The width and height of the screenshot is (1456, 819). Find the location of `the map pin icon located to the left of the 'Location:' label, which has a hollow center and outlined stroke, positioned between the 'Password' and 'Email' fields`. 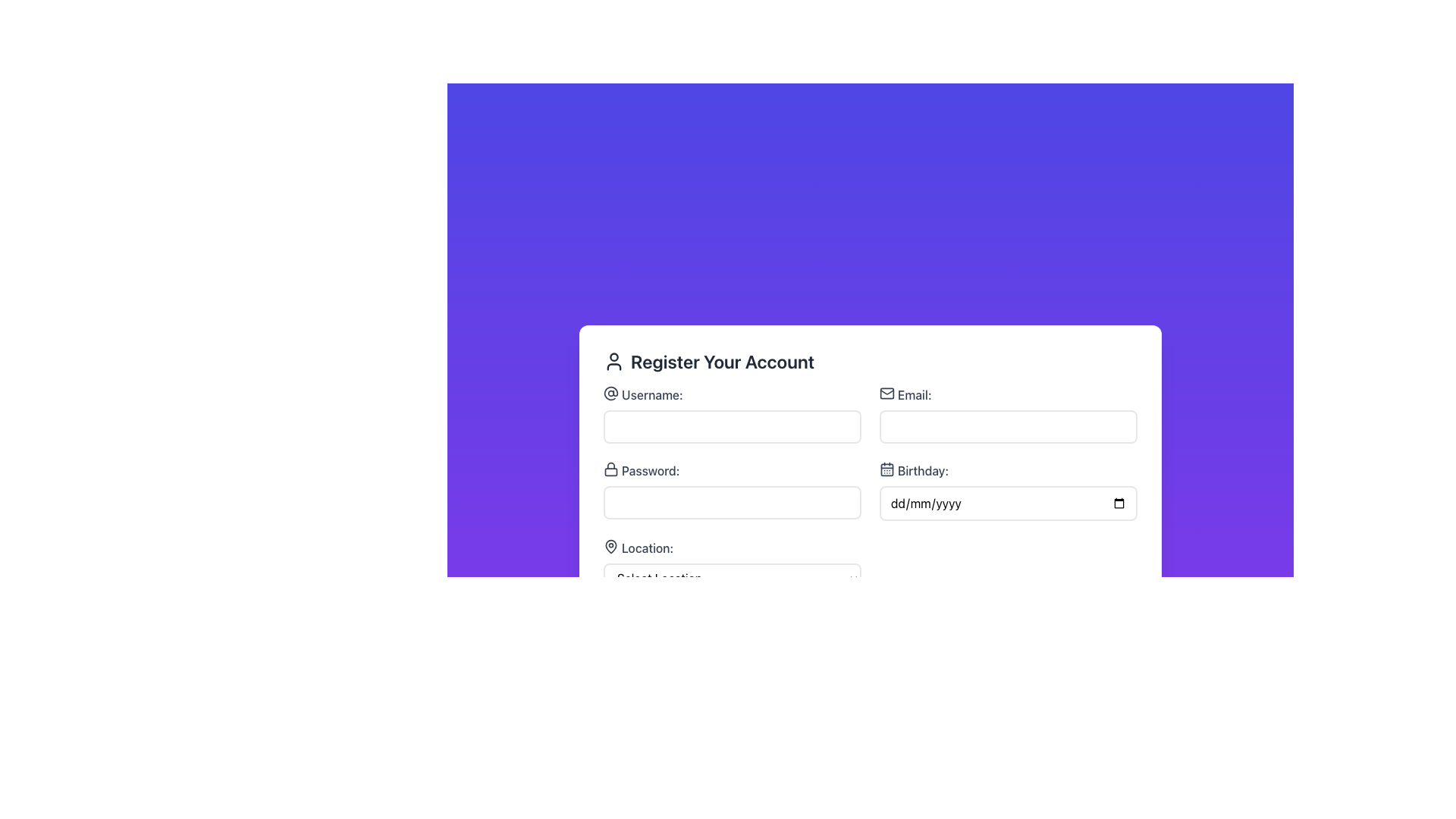

the map pin icon located to the left of the 'Location:' label, which has a hollow center and outlined stroke, positioned between the 'Password' and 'Email' fields is located at coordinates (611, 547).